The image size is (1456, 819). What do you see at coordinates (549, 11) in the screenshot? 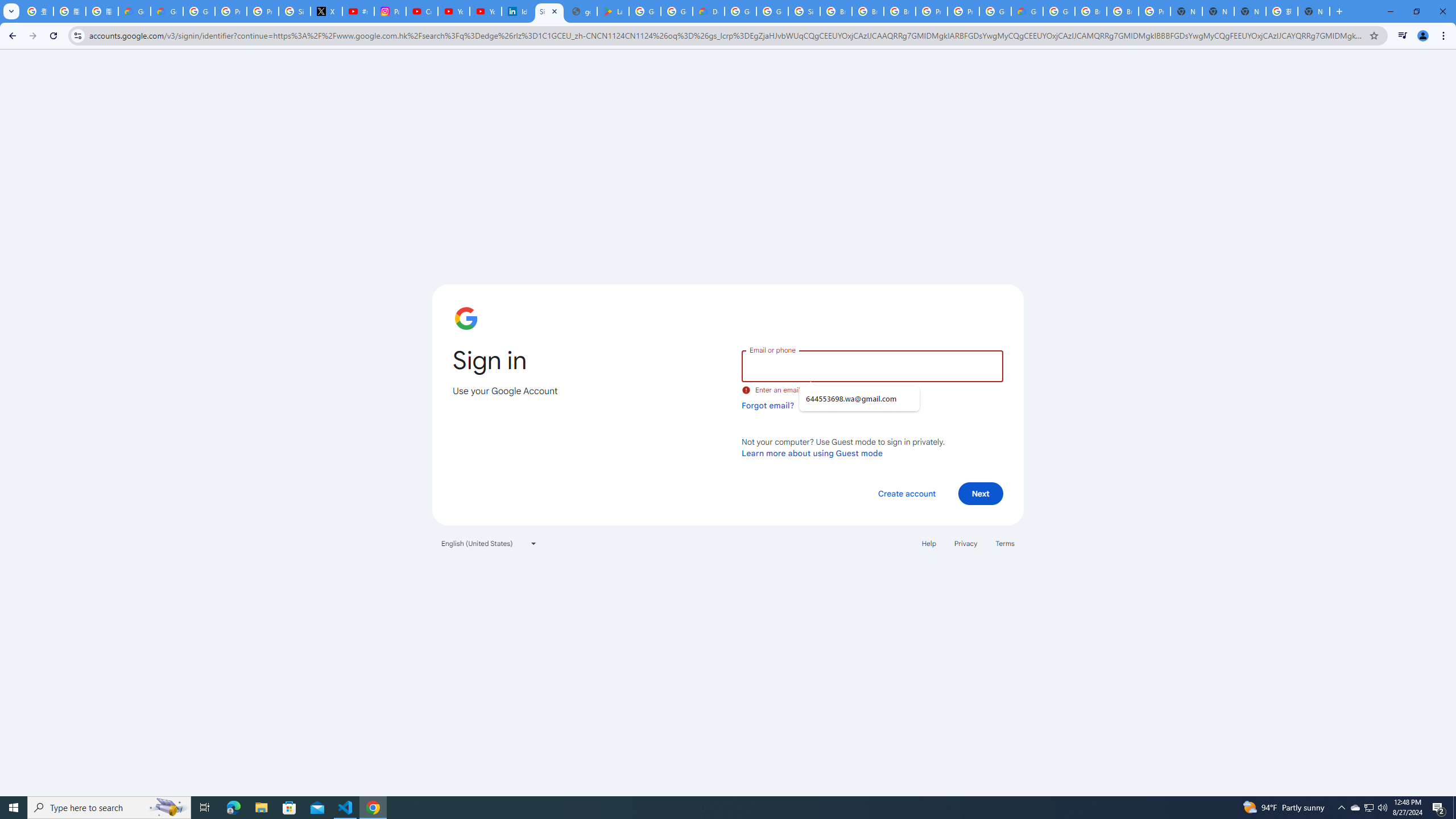
I see `'Sign in - Google Accounts'` at bounding box center [549, 11].